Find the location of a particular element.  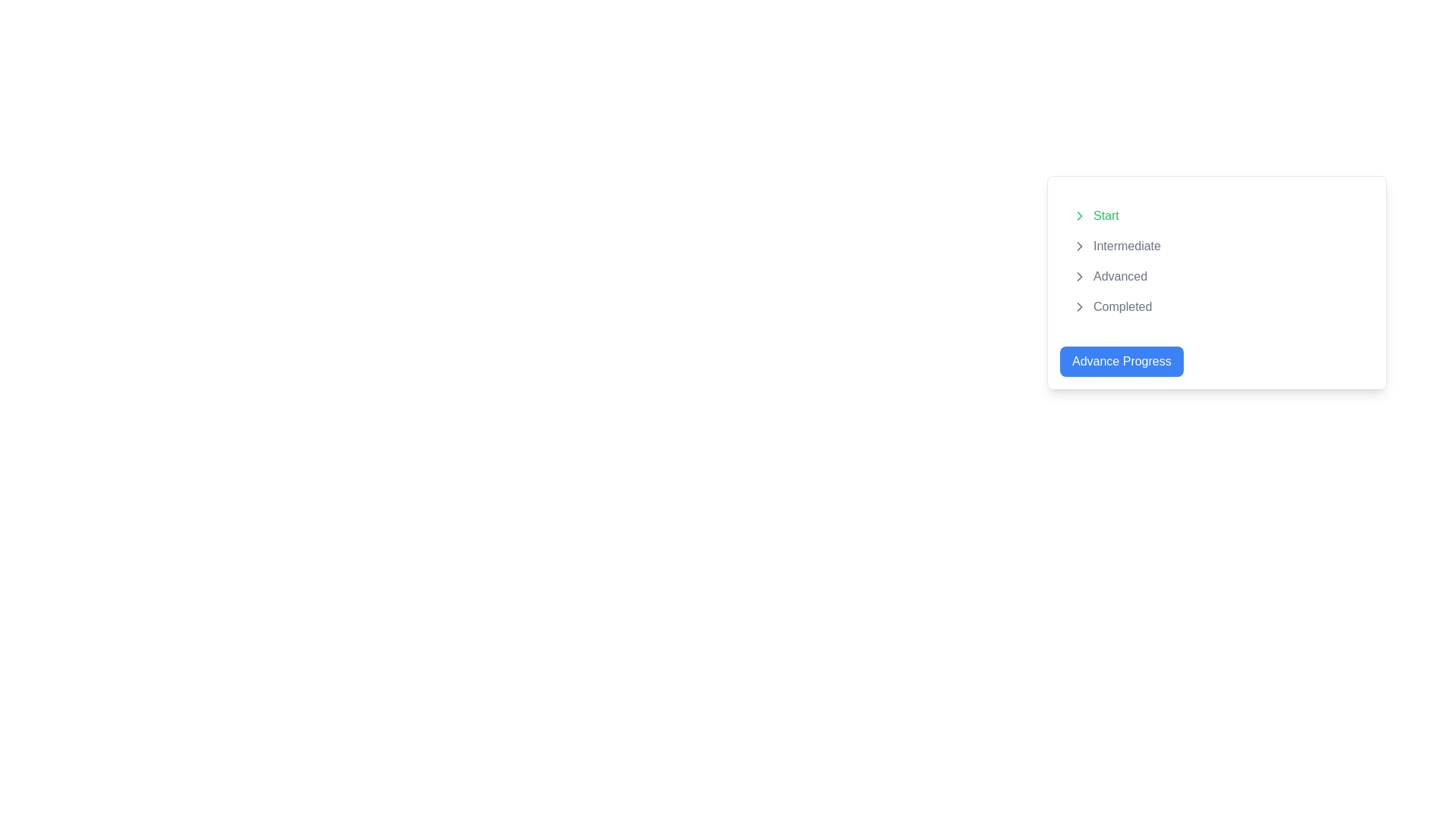

the chevron-right arrow icon that is positioned next to the 'Intermediate' label in the interface is located at coordinates (1079, 245).